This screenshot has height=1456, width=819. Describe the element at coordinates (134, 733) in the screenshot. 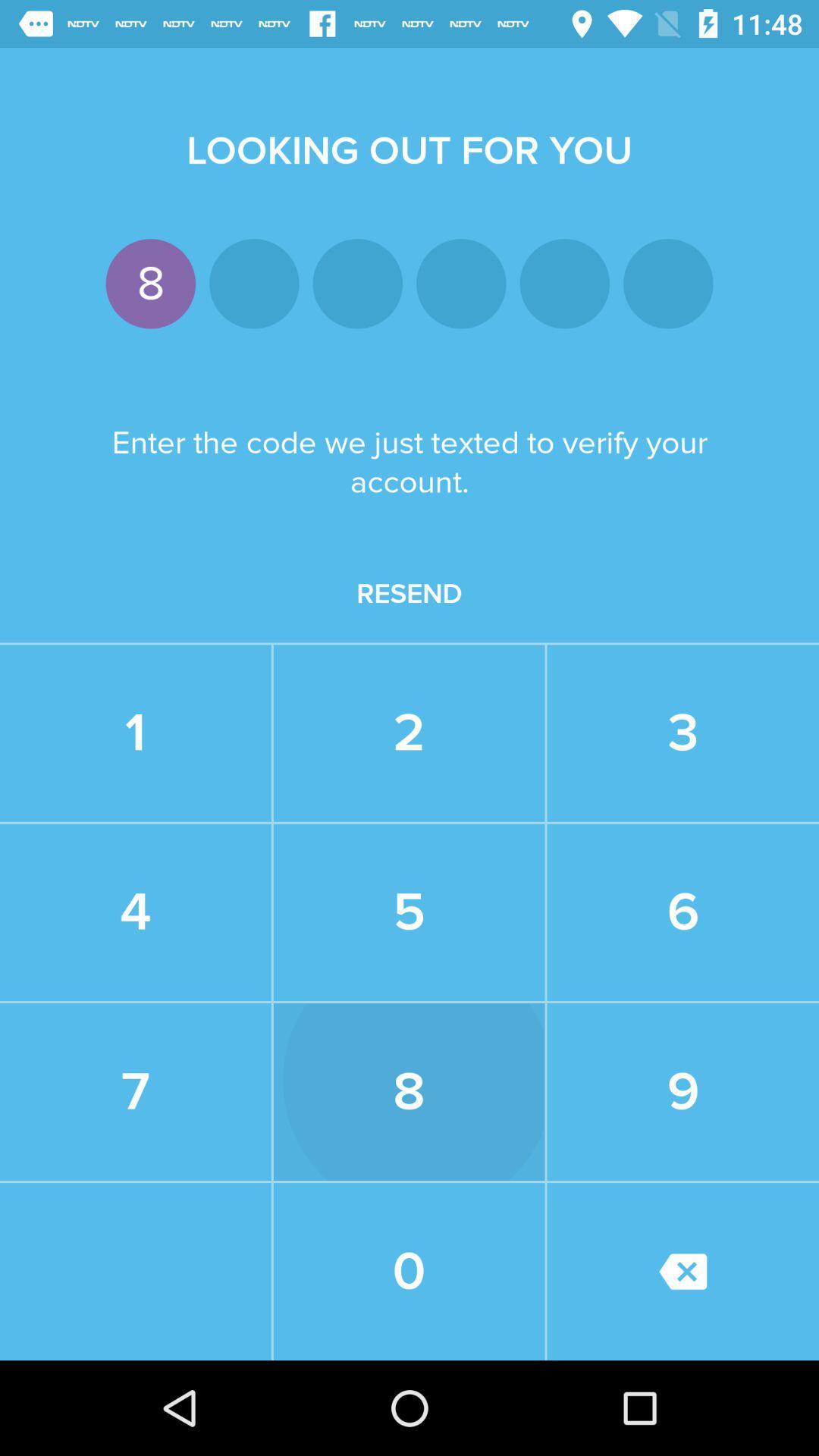

I see `the 1 icon` at that location.